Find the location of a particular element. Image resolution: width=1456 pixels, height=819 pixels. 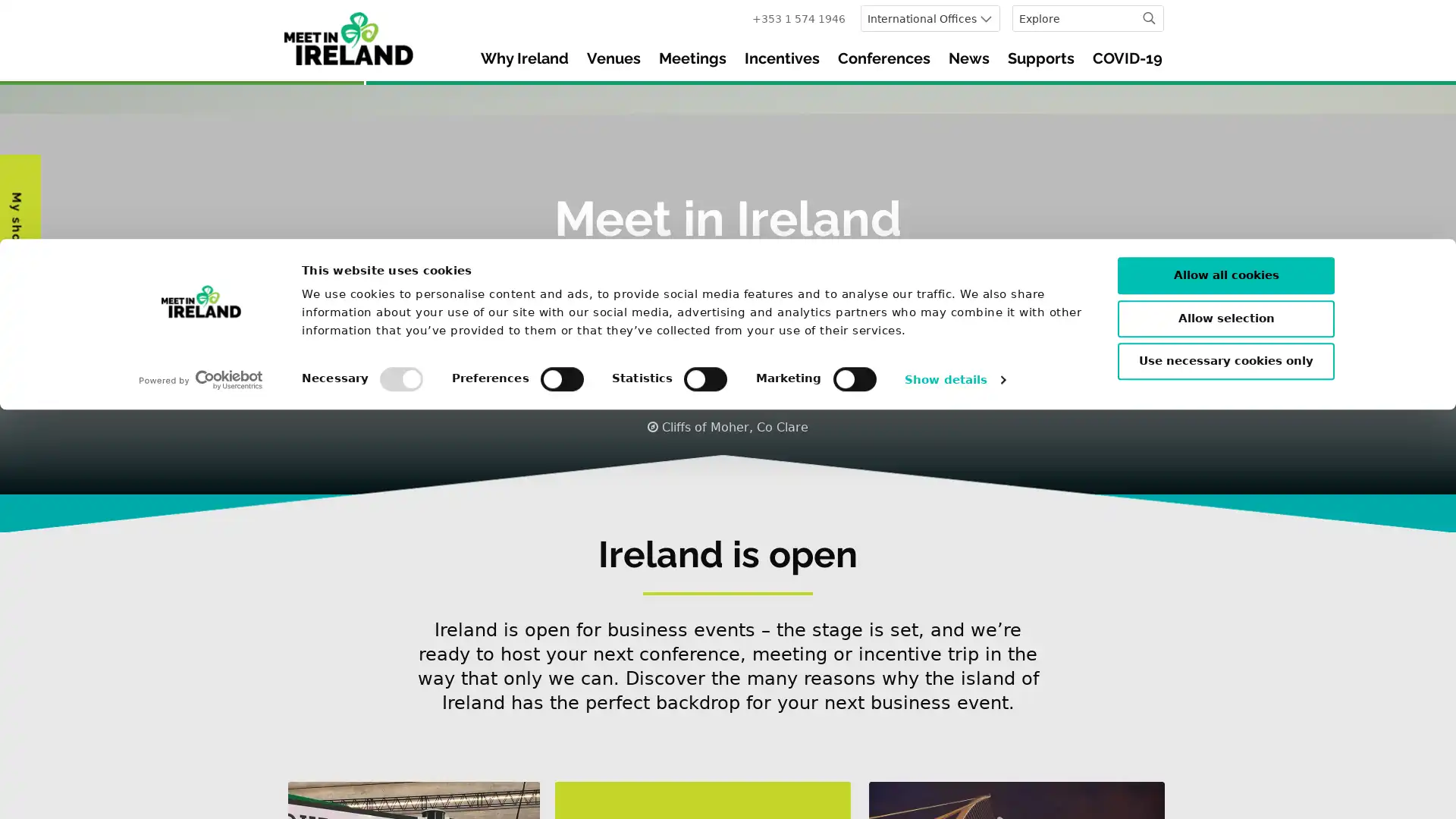

Use necessary cookies only is located at coordinates (1226, 770).